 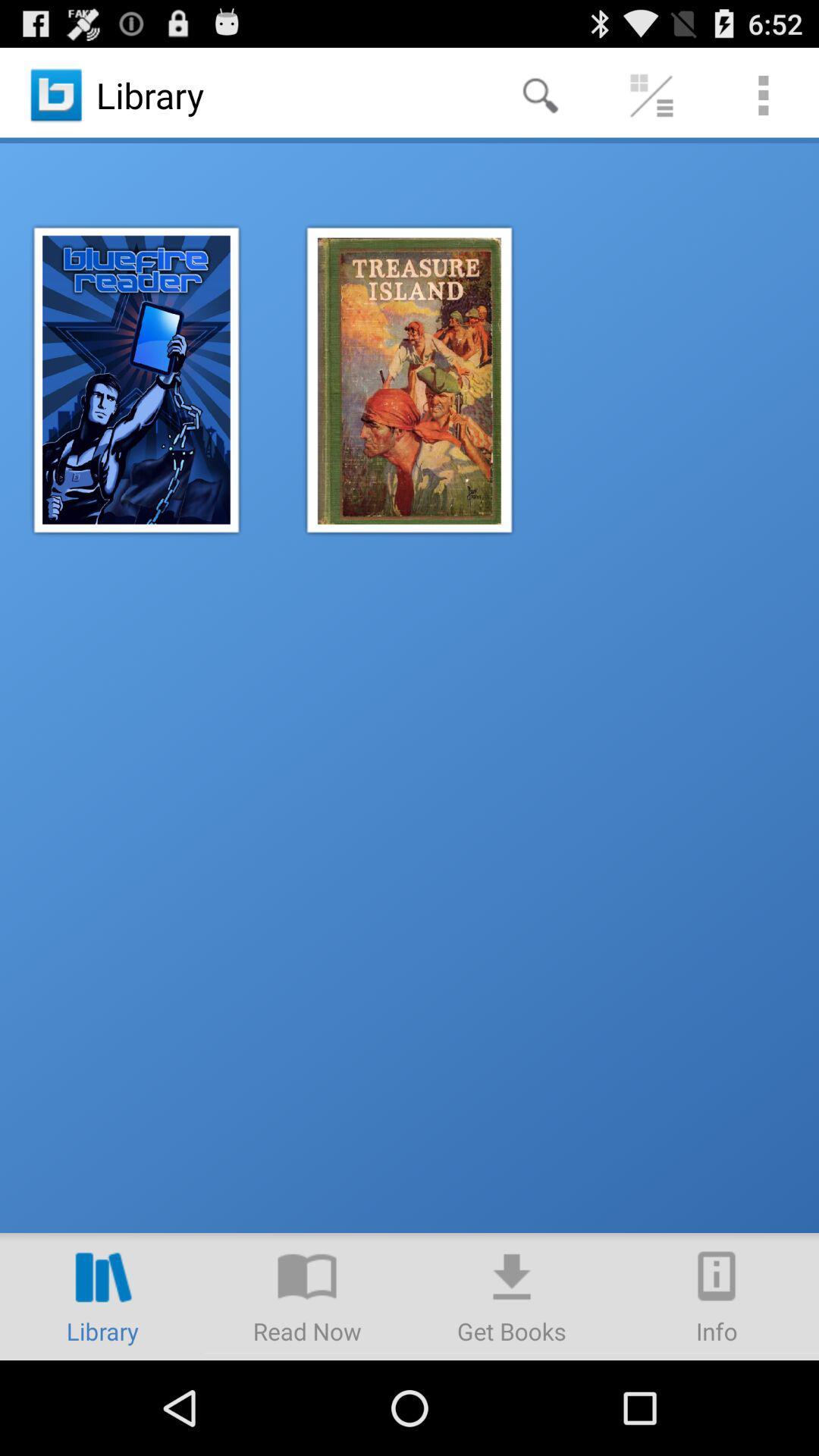 What do you see at coordinates (512, 1295) in the screenshot?
I see `download book choices` at bounding box center [512, 1295].